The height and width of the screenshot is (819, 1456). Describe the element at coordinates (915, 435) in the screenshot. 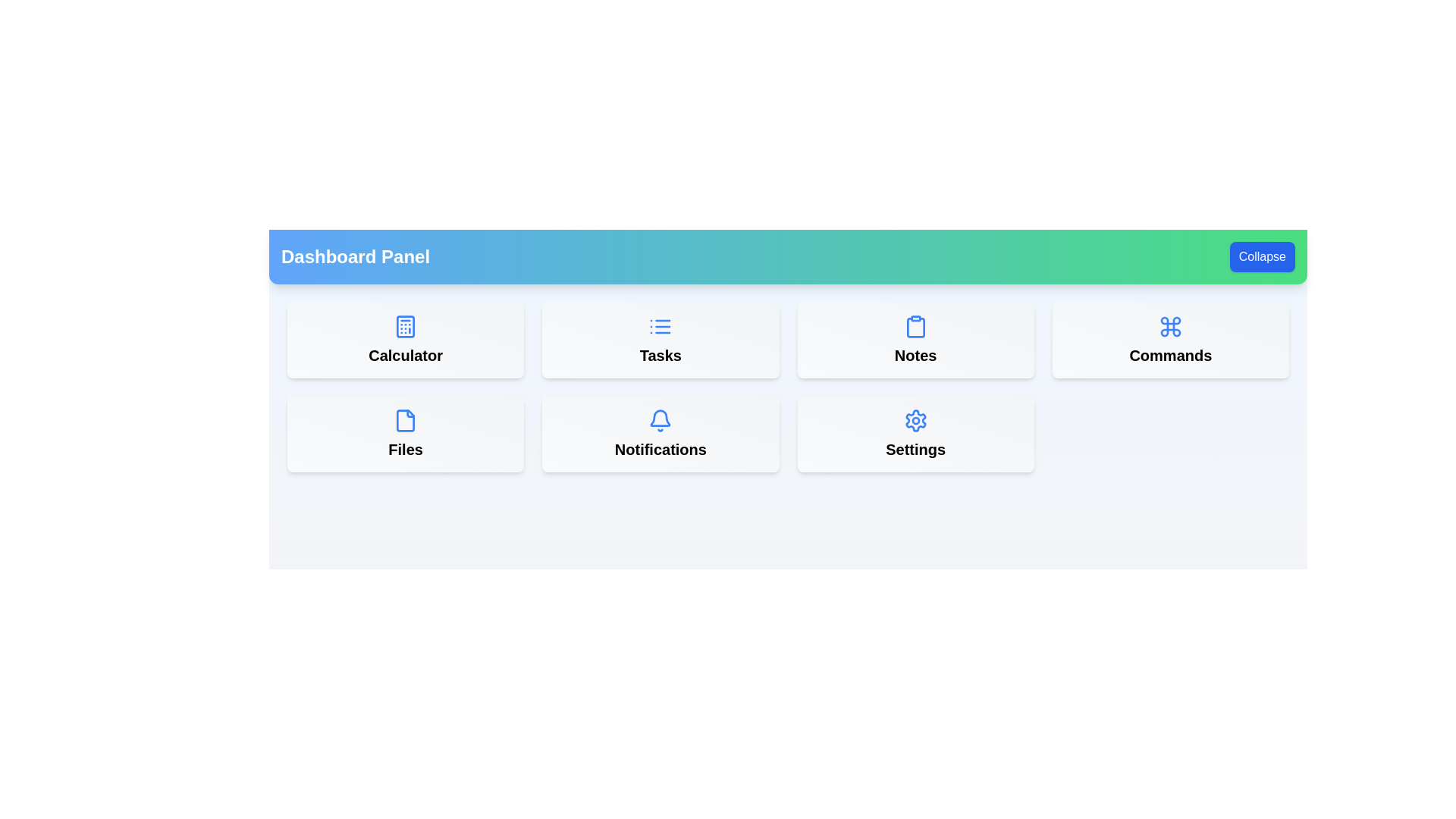

I see `the menu item labeled Settings` at that location.